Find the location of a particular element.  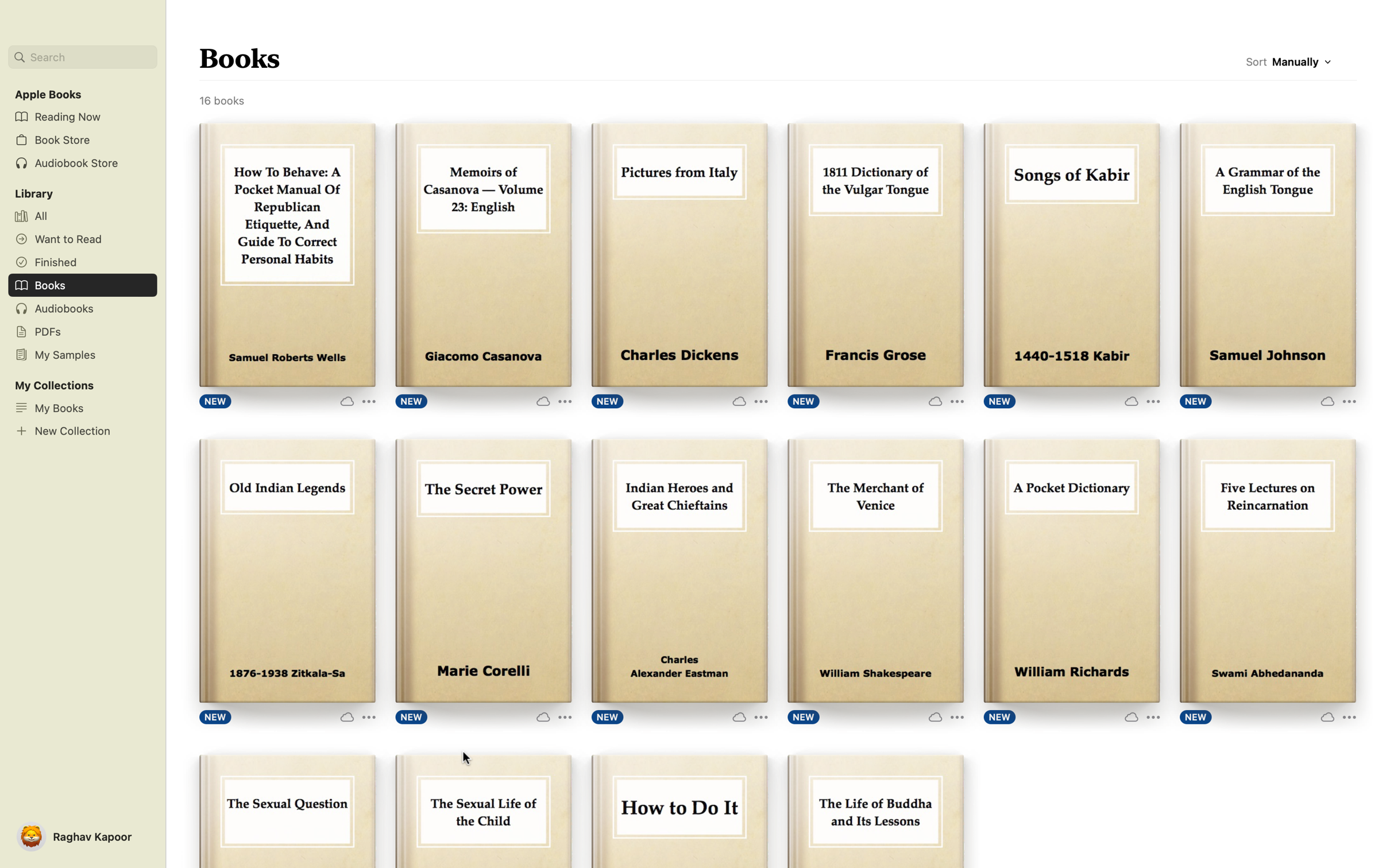

Get more details about the book "The Secret Power" by clicking the three dots is located at coordinates (553, 715).